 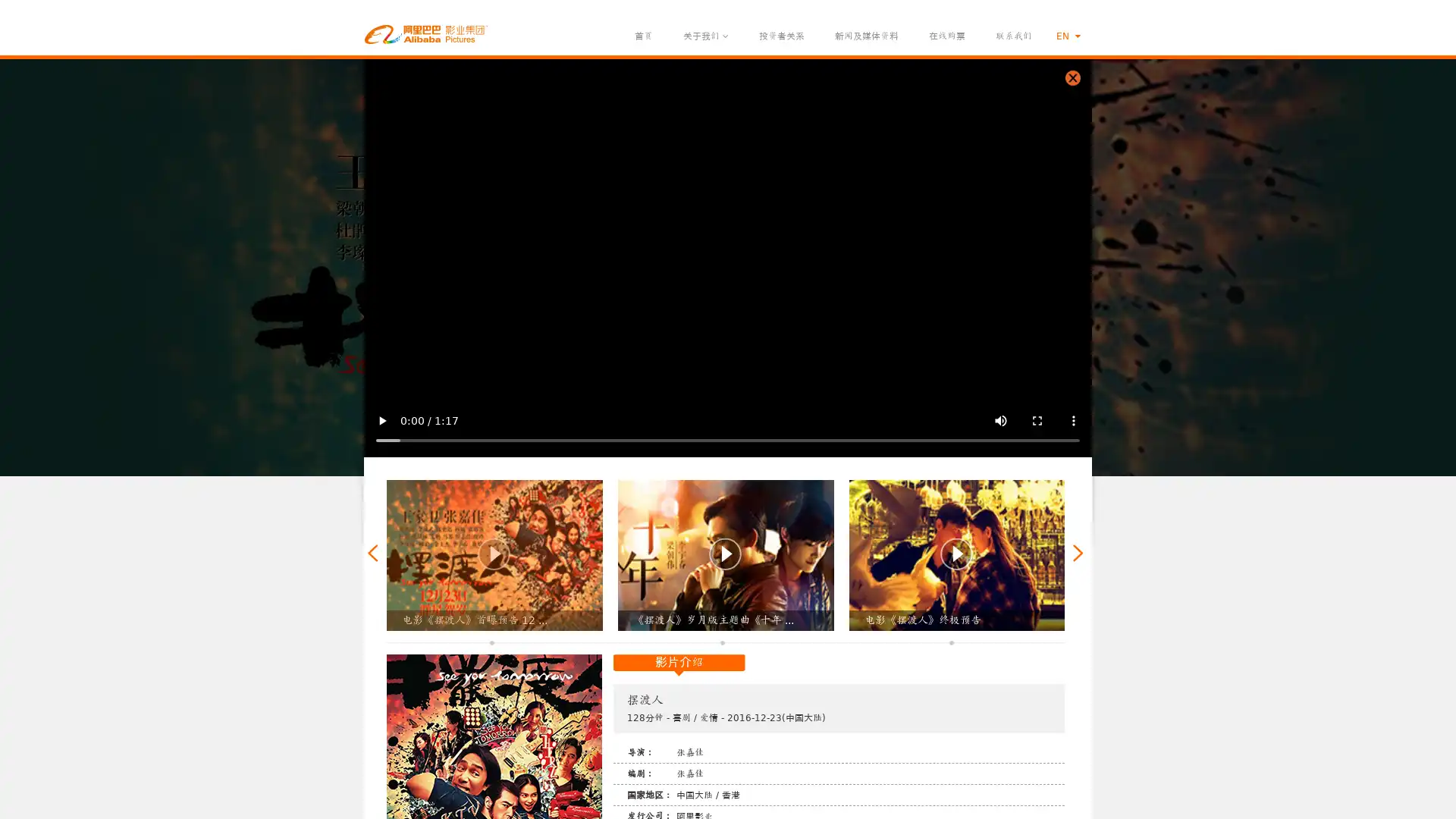 I want to click on play, so click(x=382, y=421).